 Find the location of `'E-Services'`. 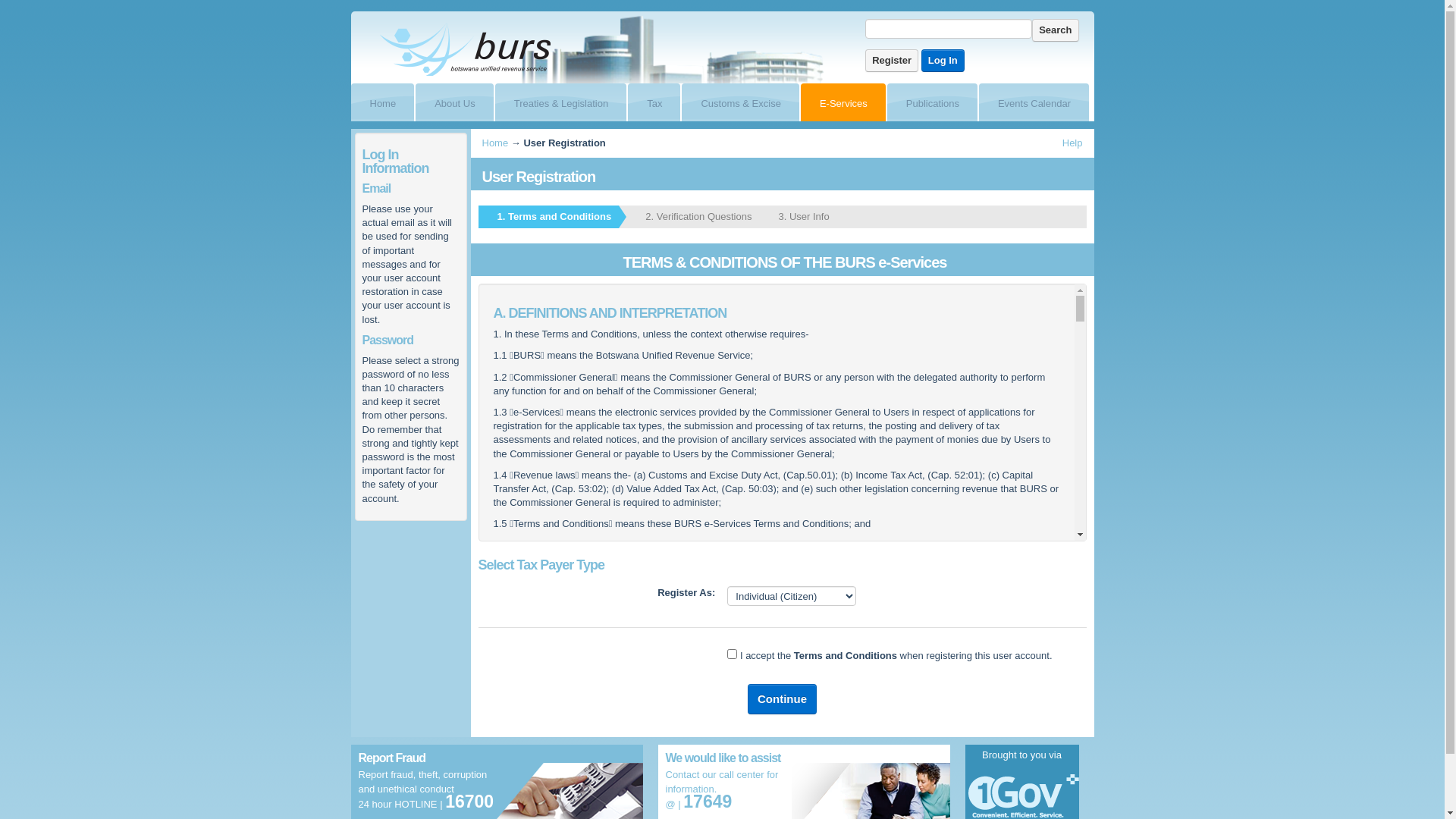

'E-Services' is located at coordinates (835, 102).